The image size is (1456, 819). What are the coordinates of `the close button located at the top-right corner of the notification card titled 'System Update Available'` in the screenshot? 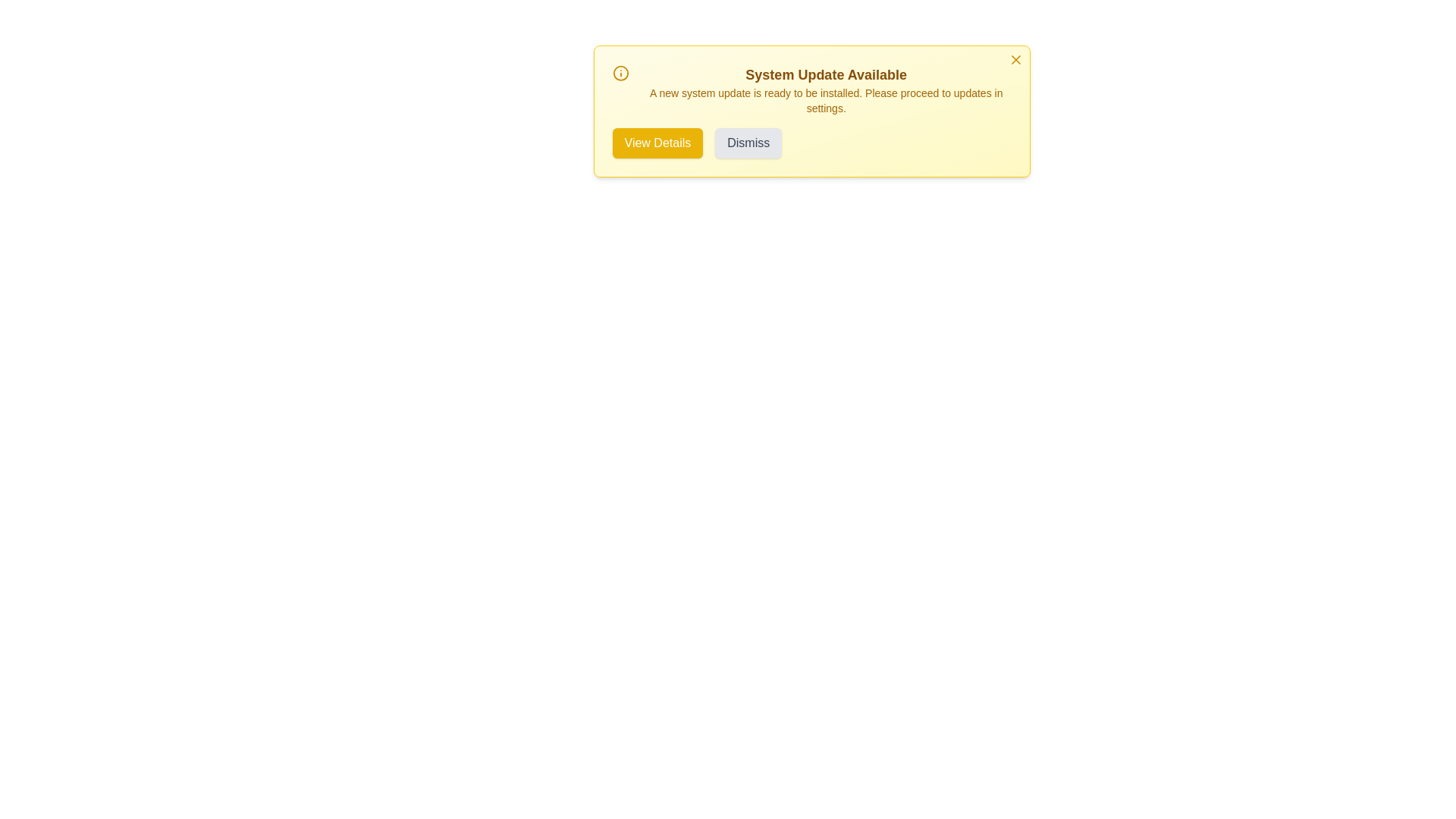 It's located at (1015, 58).